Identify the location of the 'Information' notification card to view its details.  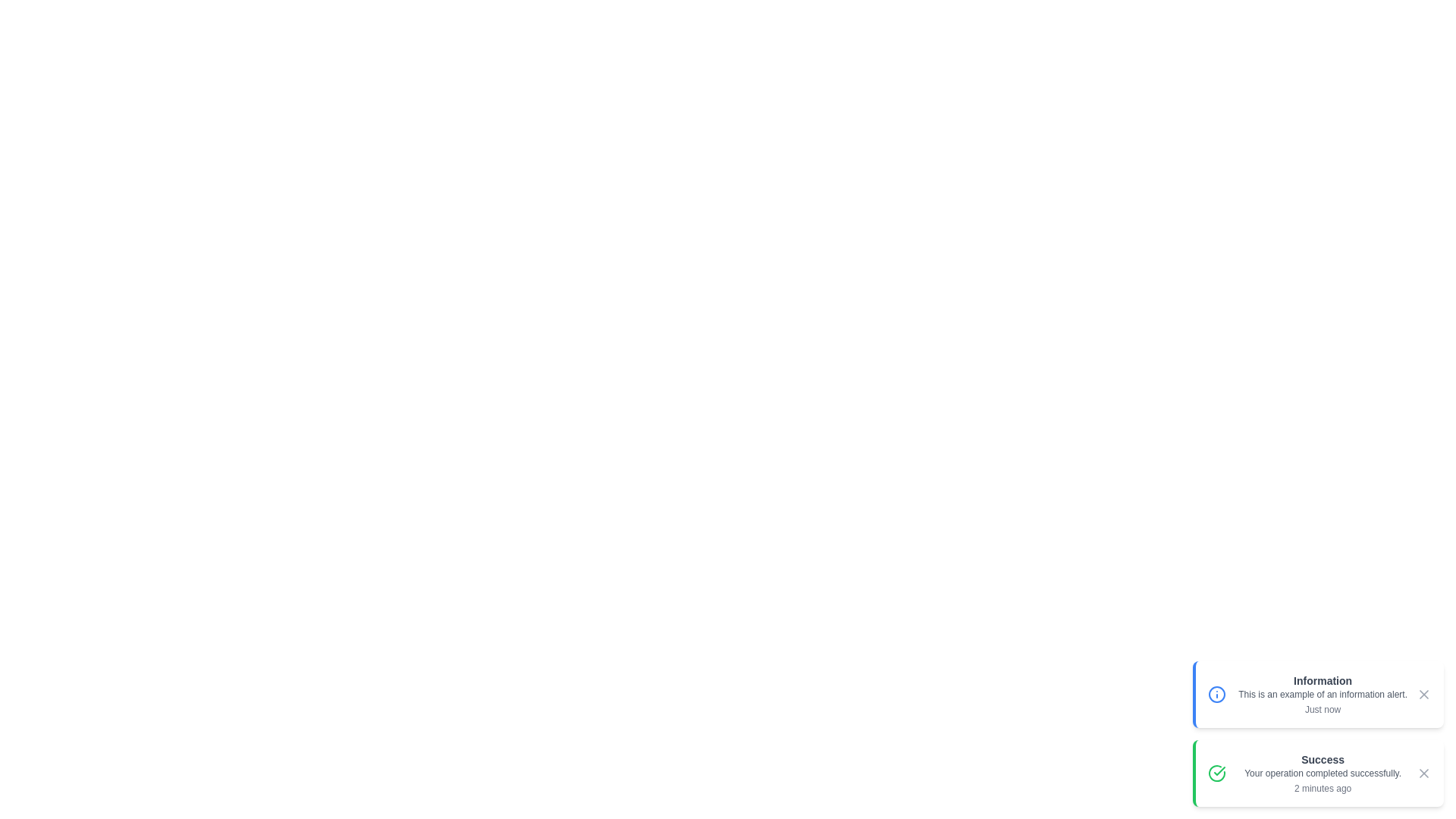
(1316, 694).